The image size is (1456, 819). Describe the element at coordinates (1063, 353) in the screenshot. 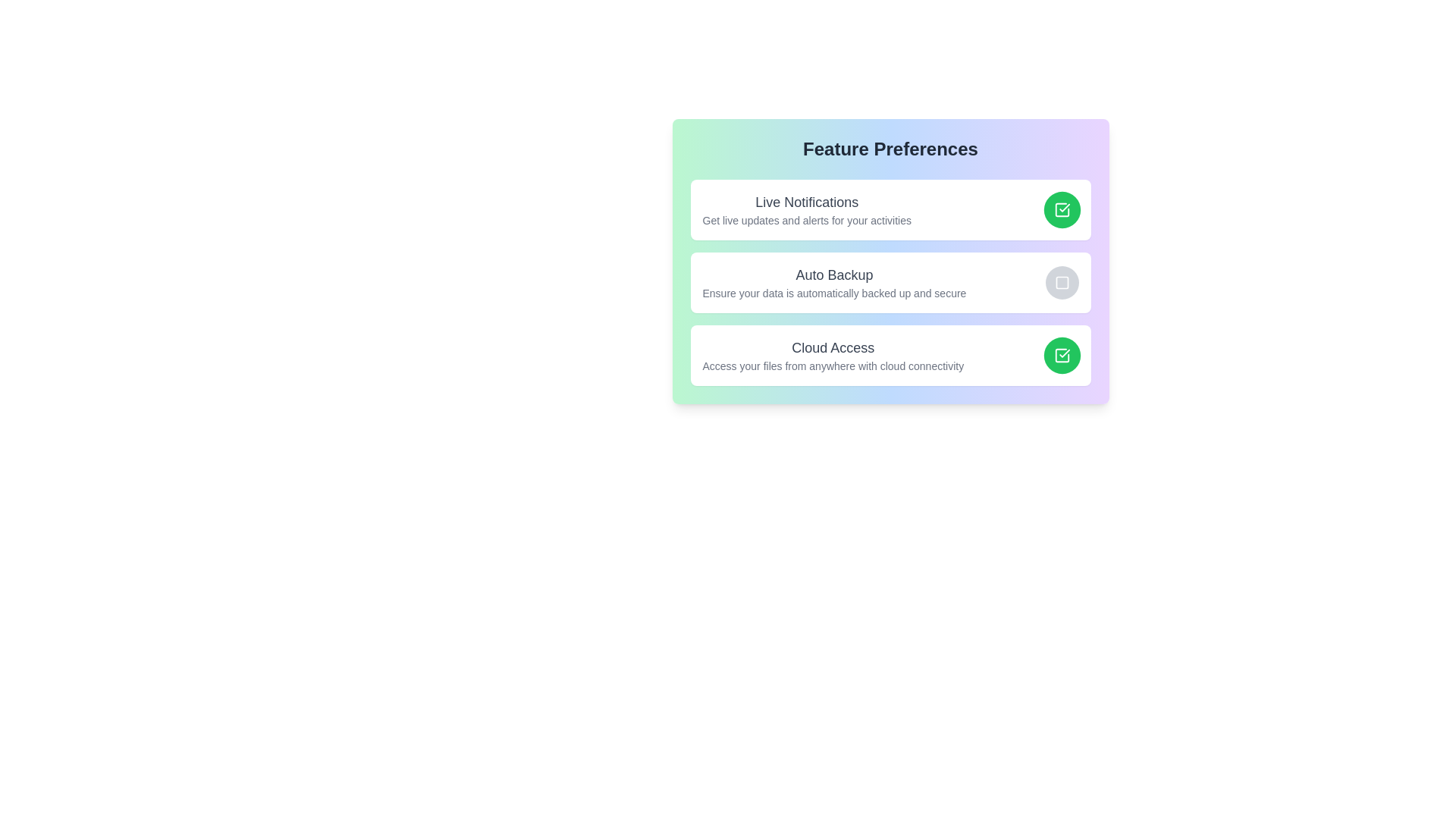

I see `the green checkmark icon located in the top right corner of the 'Live Notifications' item` at that location.